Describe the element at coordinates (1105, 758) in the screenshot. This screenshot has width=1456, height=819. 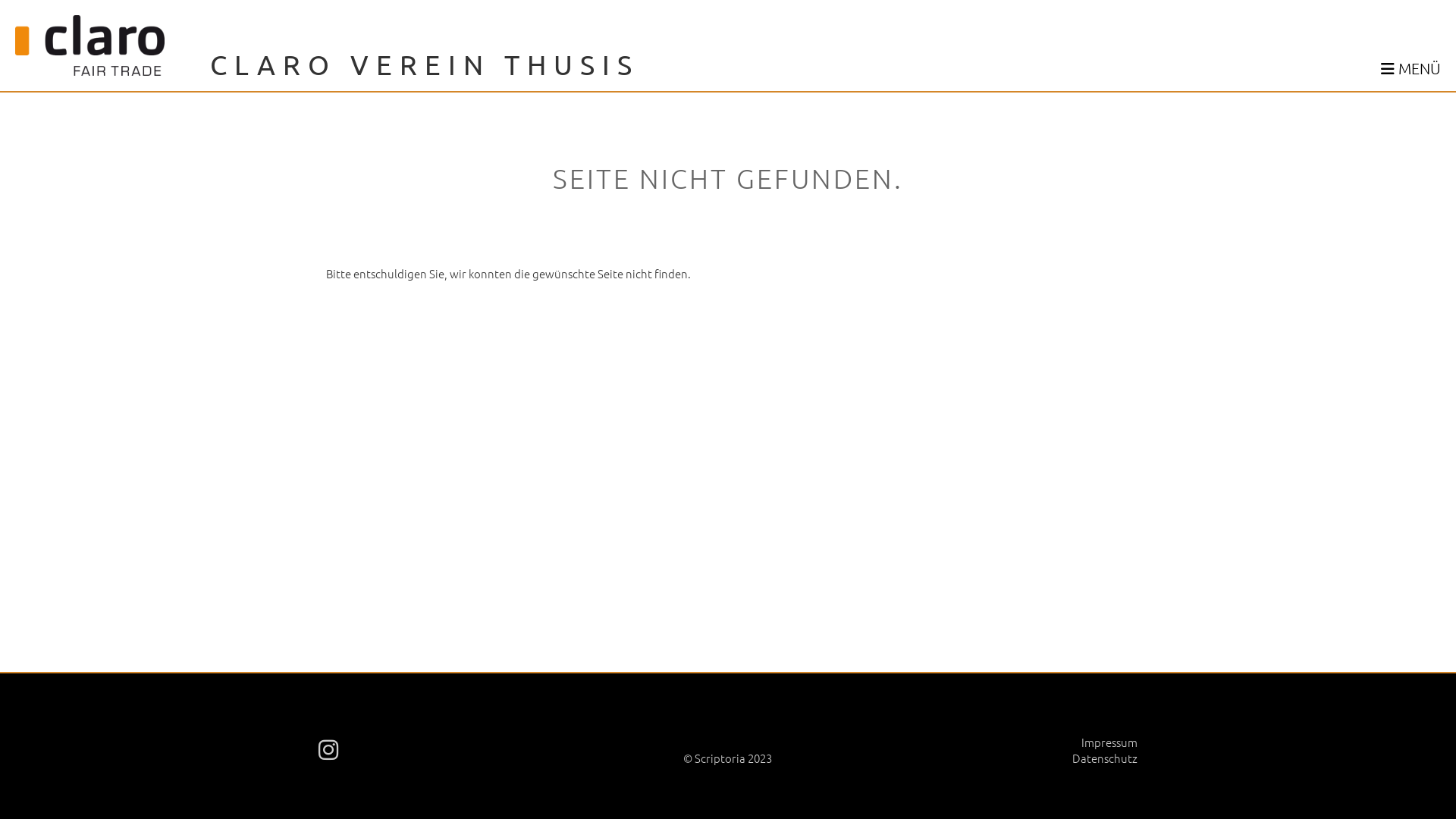
I see `'Datenschutz'` at that location.